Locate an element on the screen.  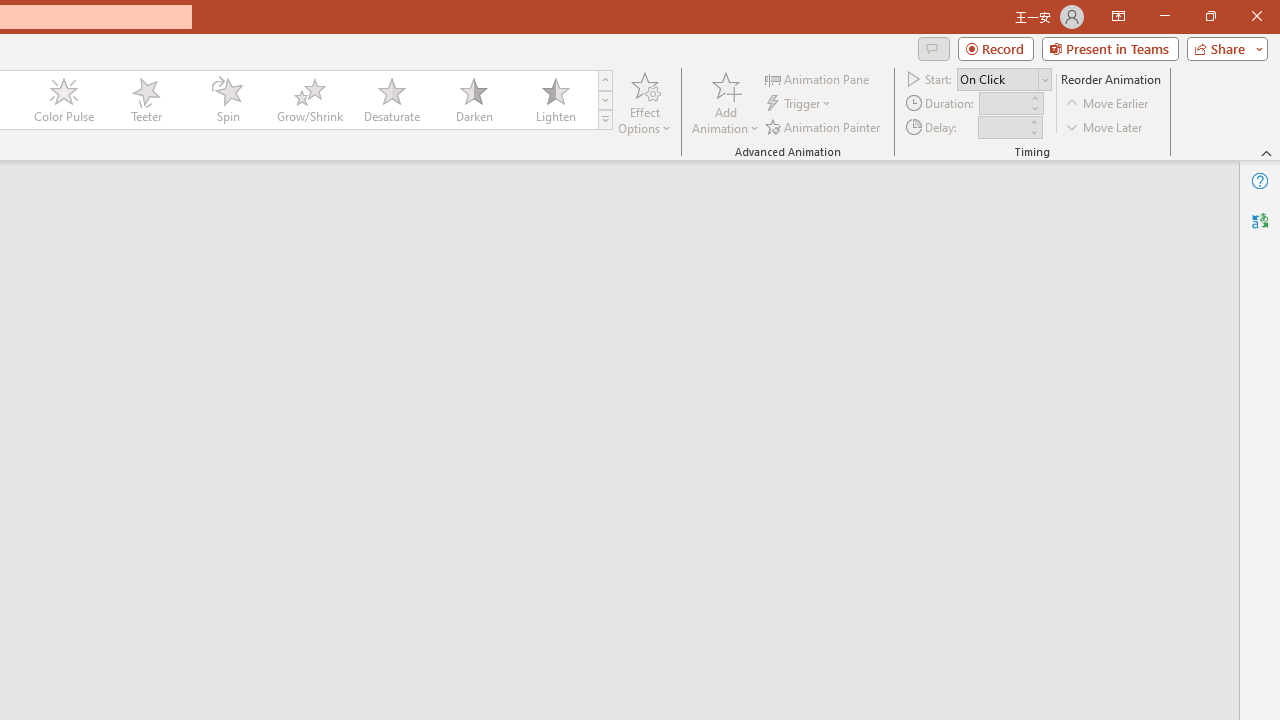
'Move Later' is located at coordinates (1104, 127).